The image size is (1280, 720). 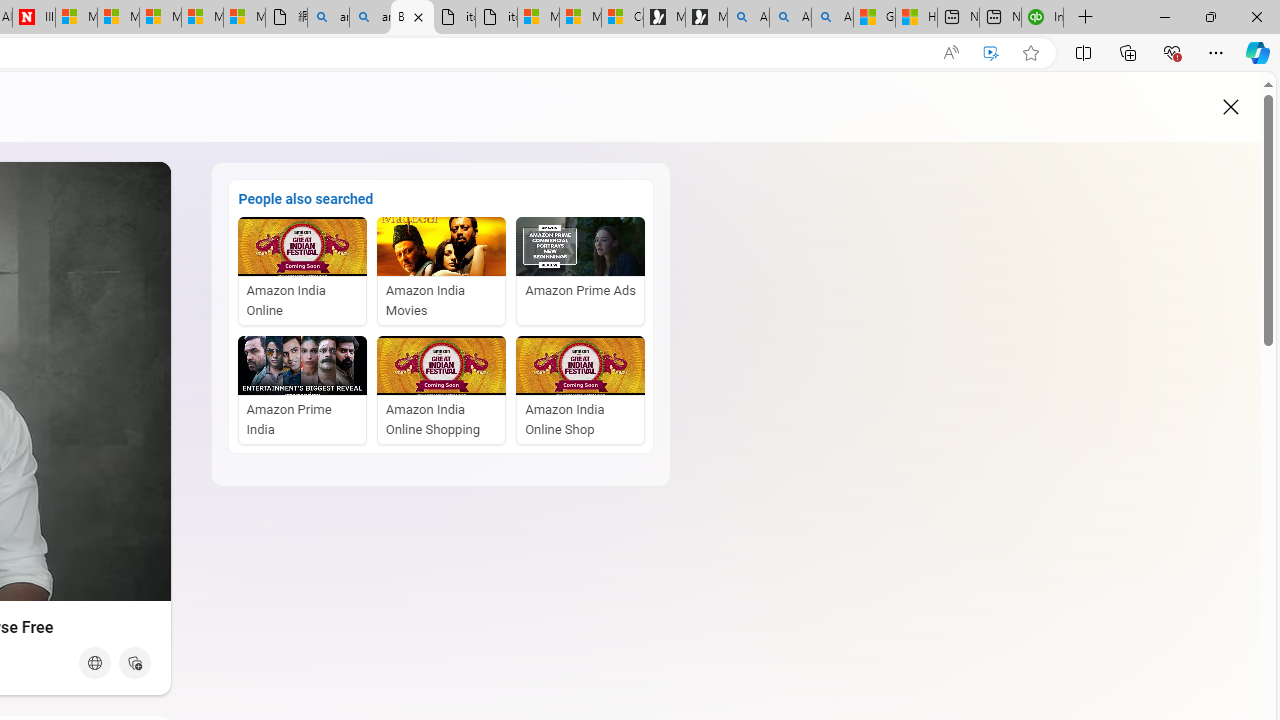 I want to click on 'Amazon Prime Ads', so click(x=579, y=271).